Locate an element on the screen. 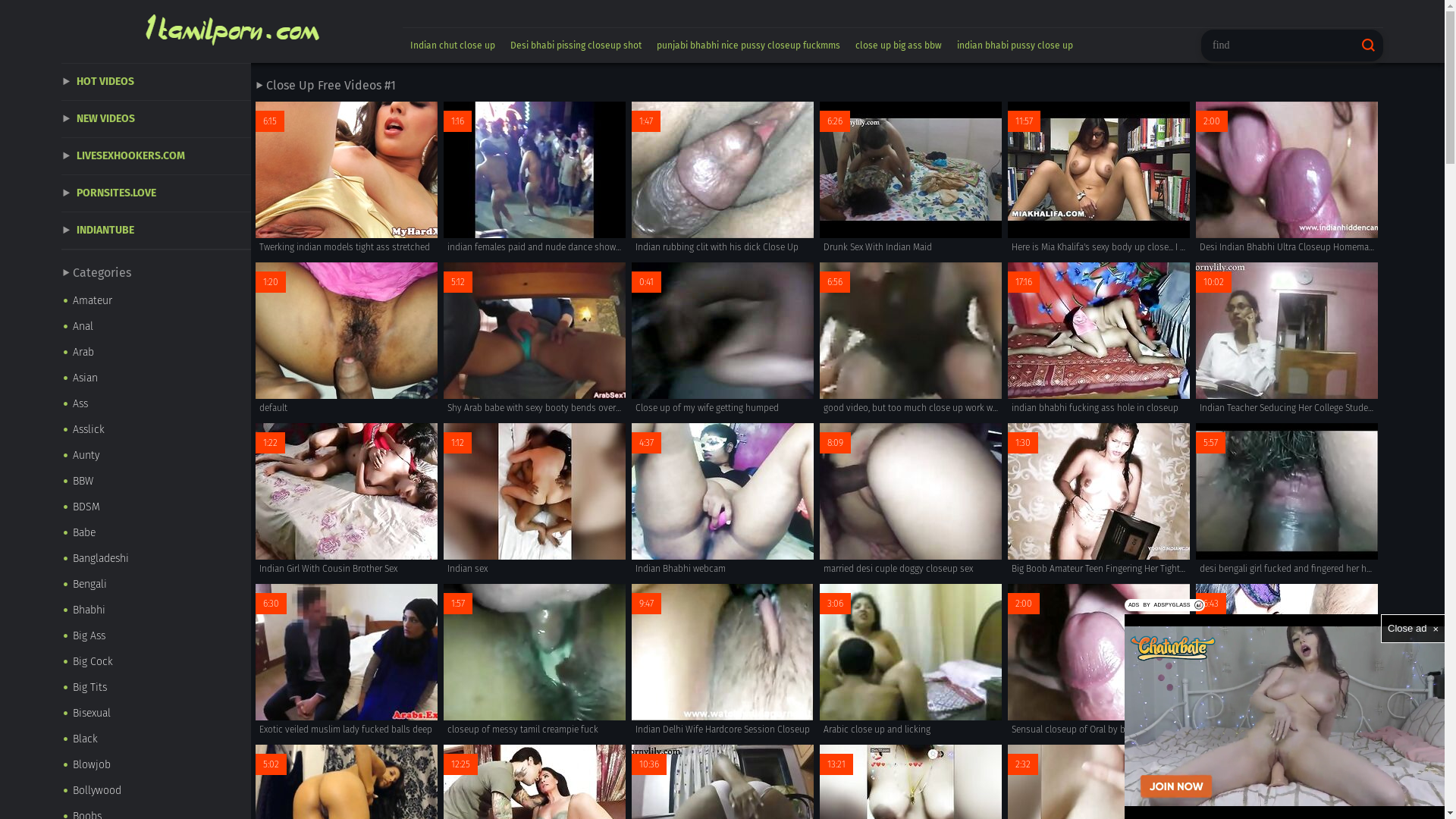 This screenshot has height=819, width=1456. '6:30 is located at coordinates (255, 660).